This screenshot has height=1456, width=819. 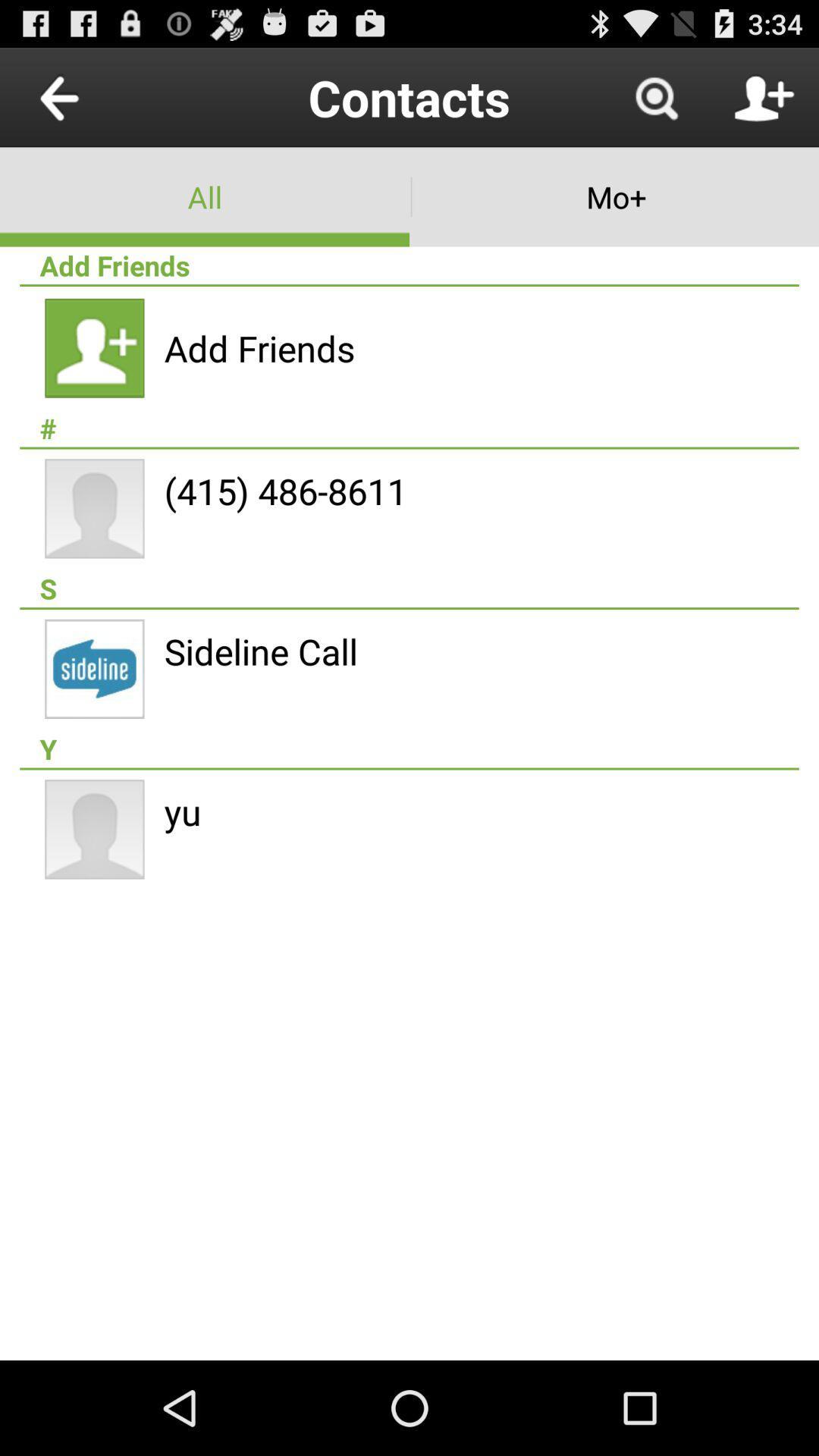 What do you see at coordinates (655, 96) in the screenshot?
I see `item to the right of contacts` at bounding box center [655, 96].